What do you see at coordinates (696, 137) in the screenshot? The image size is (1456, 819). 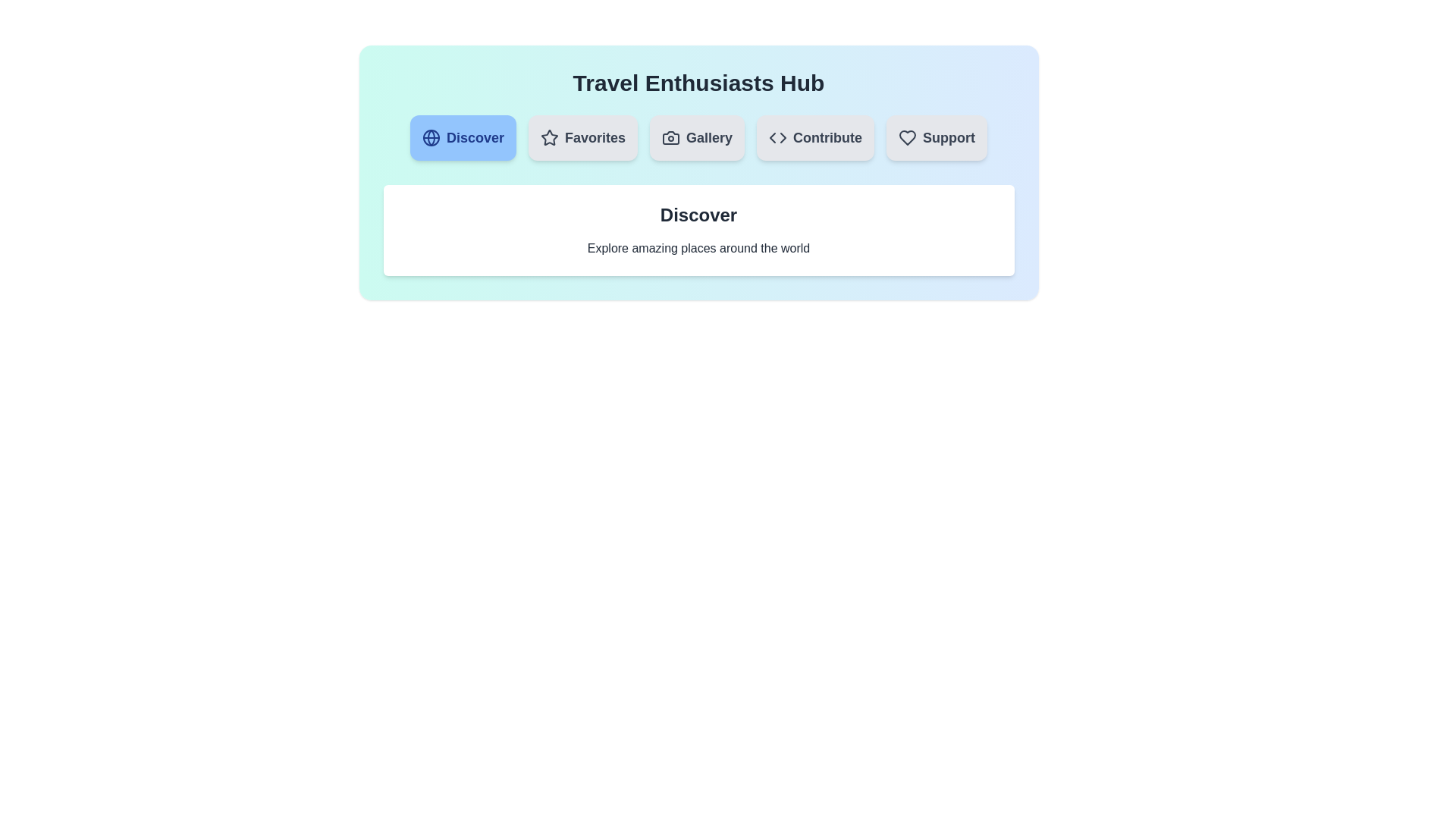 I see `the 'Gallery' button` at bounding box center [696, 137].